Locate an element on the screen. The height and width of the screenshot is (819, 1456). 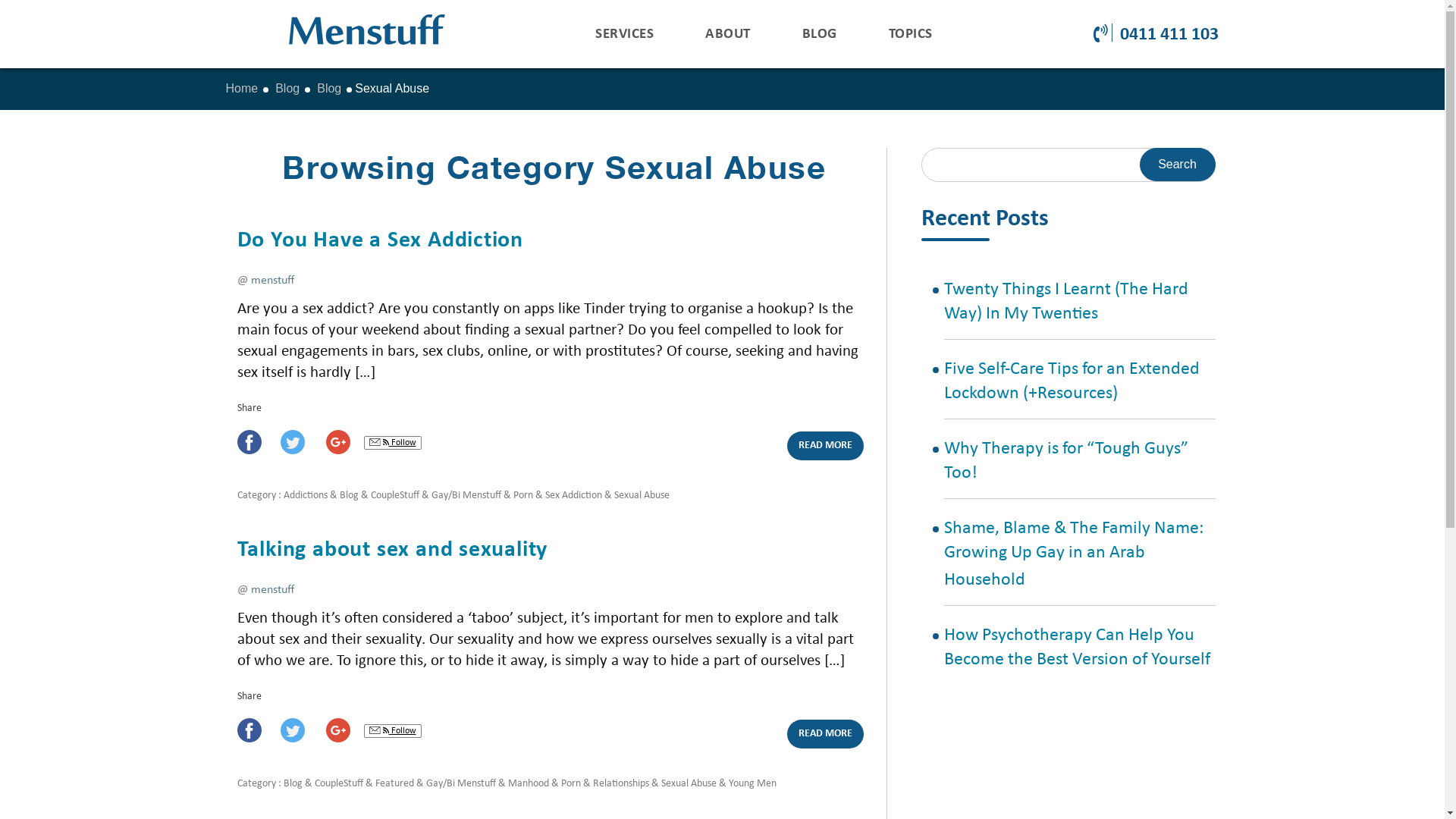
'Do You Have a Sex Addiction' is located at coordinates (379, 240).